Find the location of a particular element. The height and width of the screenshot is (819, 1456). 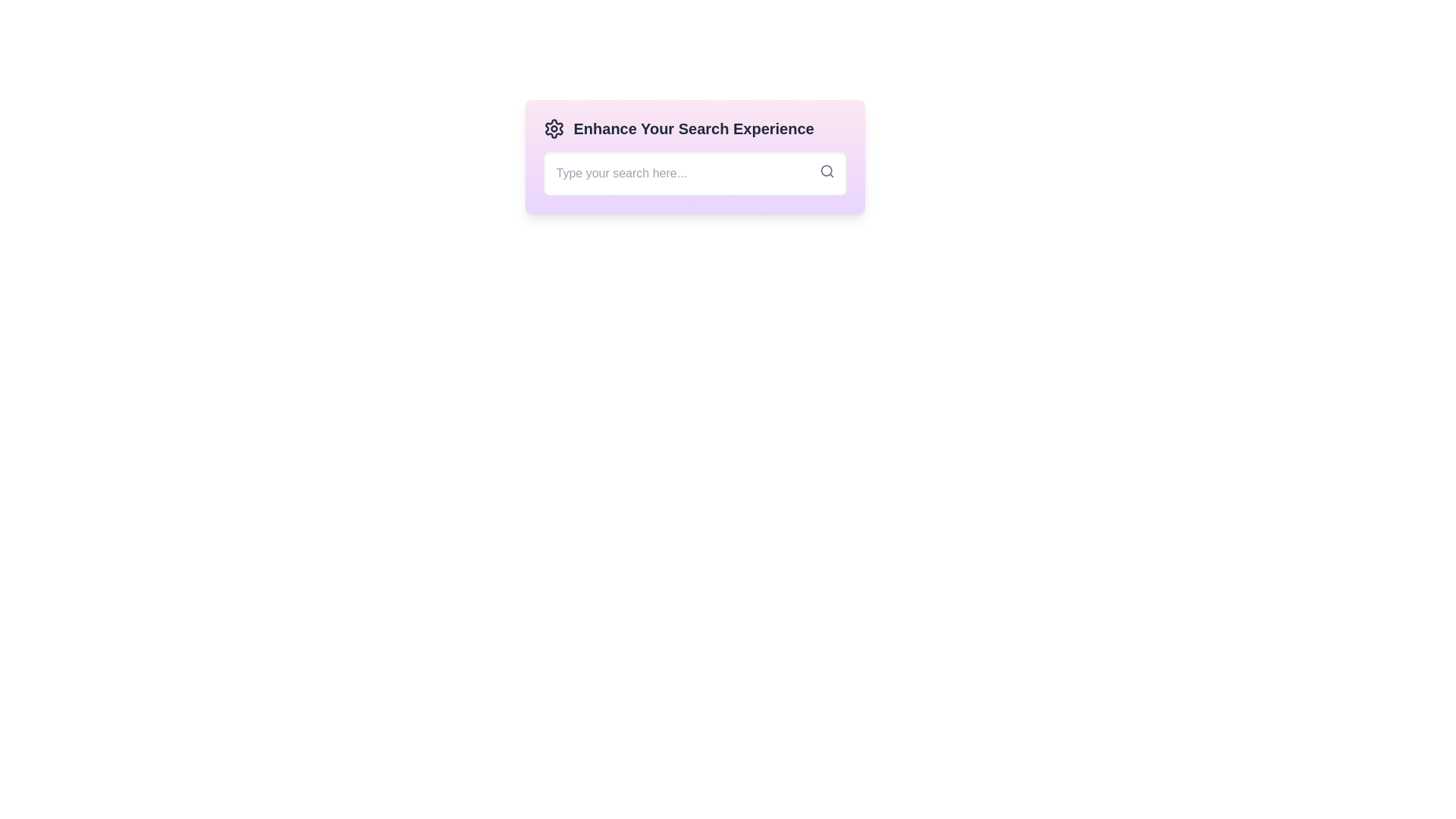

the settings or customization icon located at the leftmost position before the text 'Enhance Your Search Experience' is located at coordinates (553, 127).